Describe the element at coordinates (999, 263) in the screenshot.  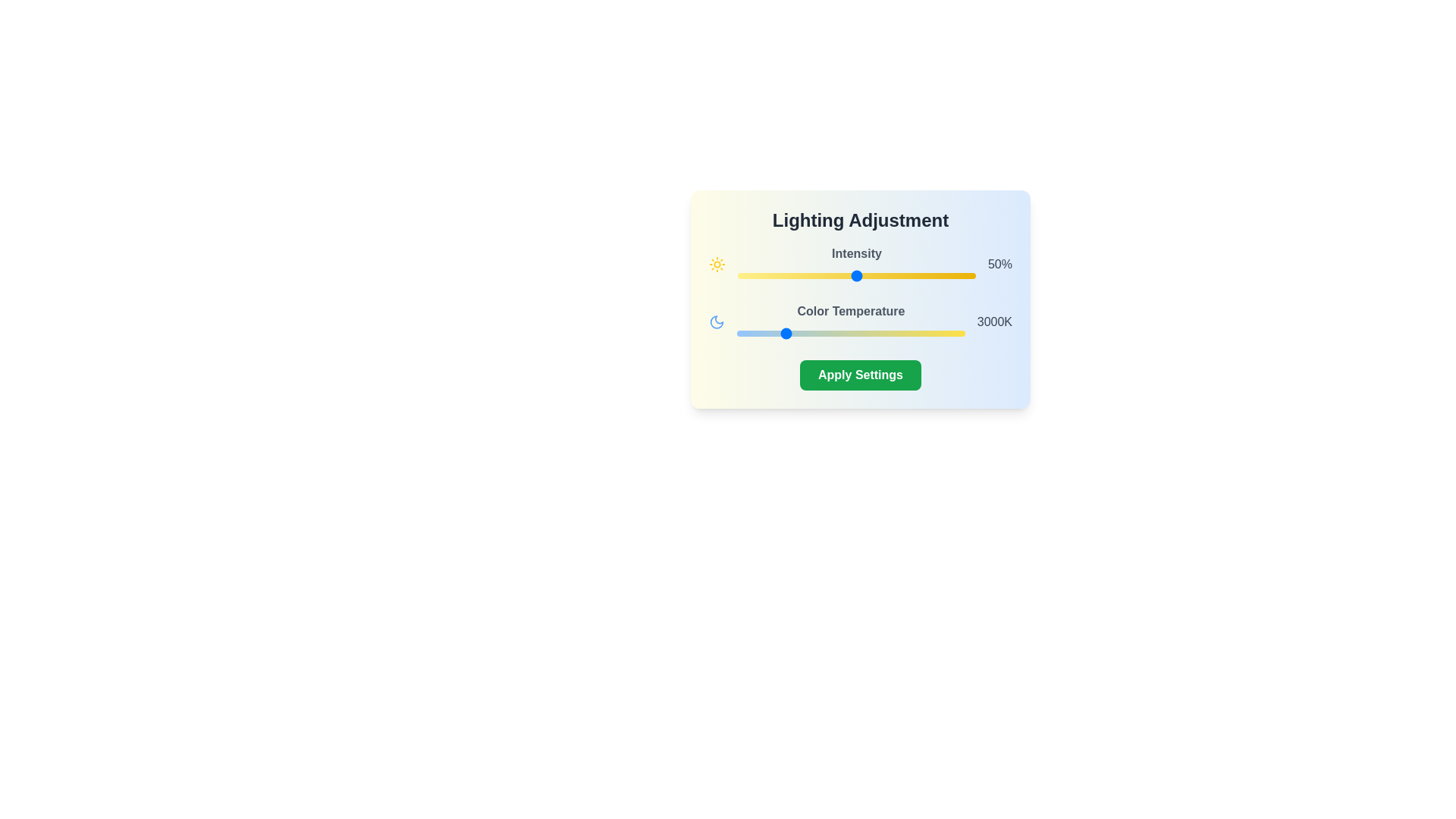
I see `the text '50%' from the component` at that location.